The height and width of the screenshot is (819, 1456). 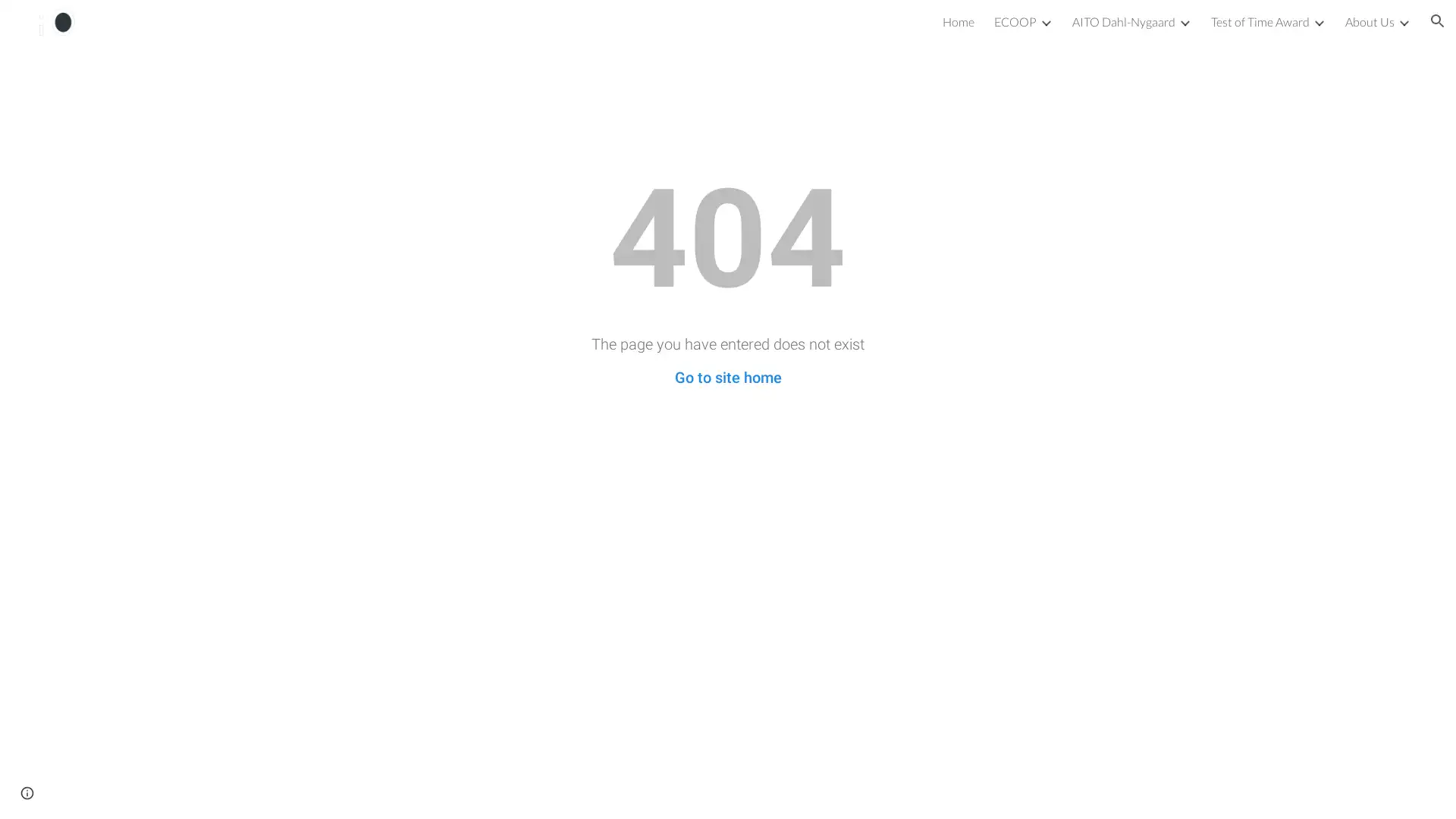 I want to click on Site actions, so click(x=27, y=792).